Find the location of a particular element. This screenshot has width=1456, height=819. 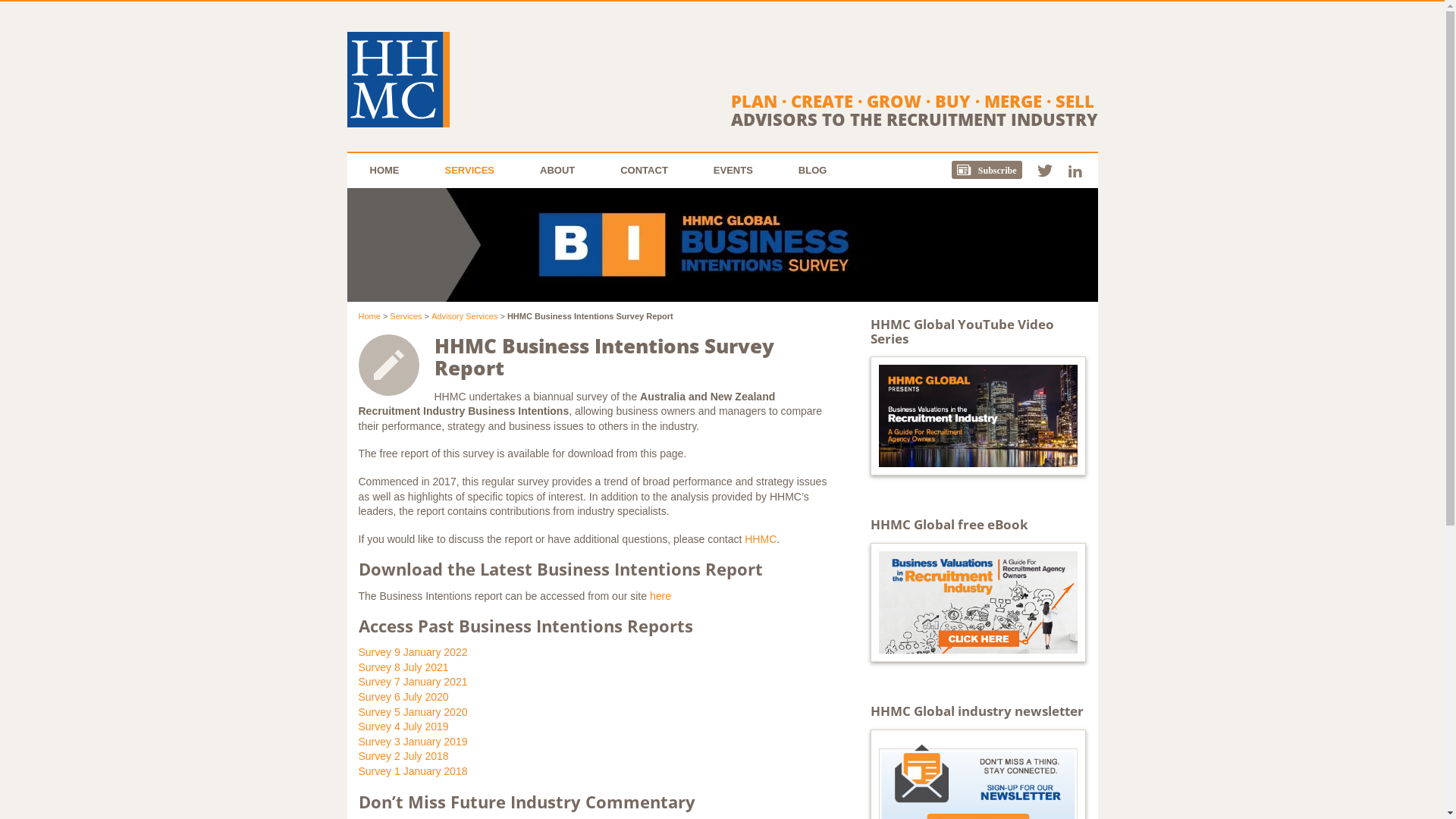

'Survey 8 July 2021' is located at coordinates (403, 666).